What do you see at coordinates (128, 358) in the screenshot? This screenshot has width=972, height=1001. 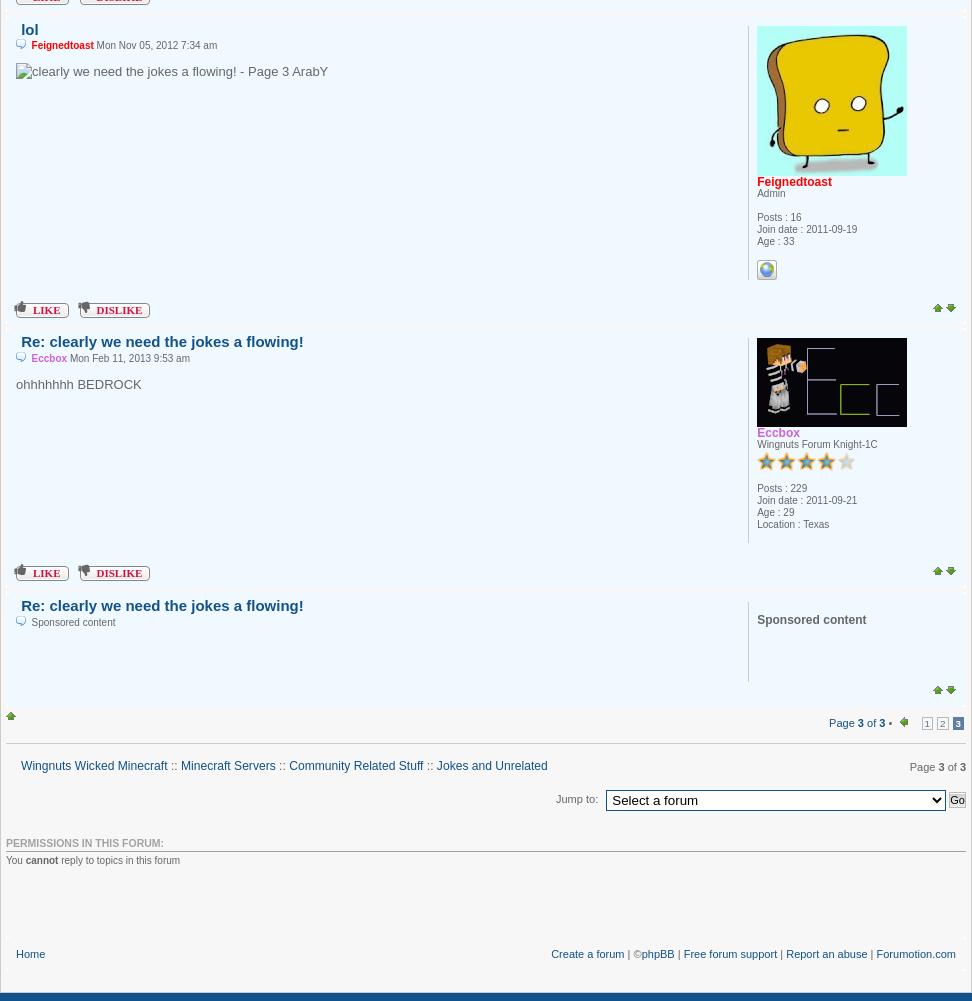 I see `'Mon Feb 11, 2013 9:53 am'` at bounding box center [128, 358].